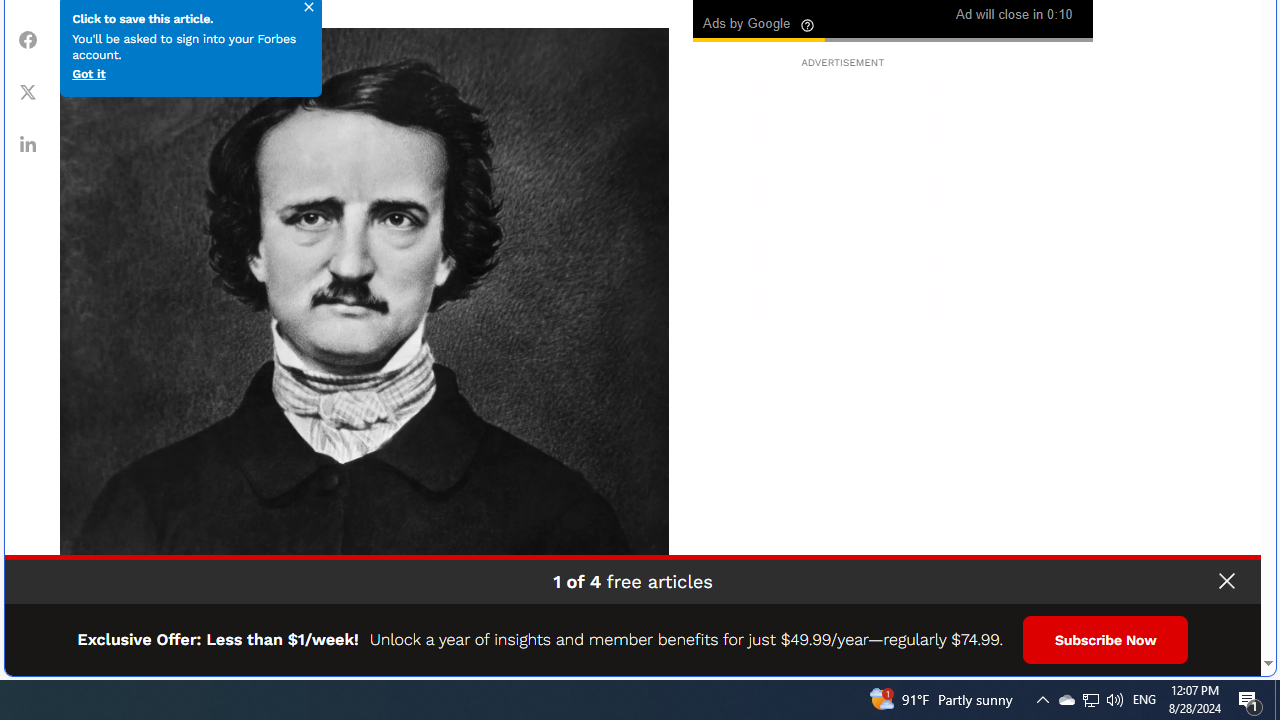  Describe the element at coordinates (28, 39) in the screenshot. I see `'Share Facebook'` at that location.